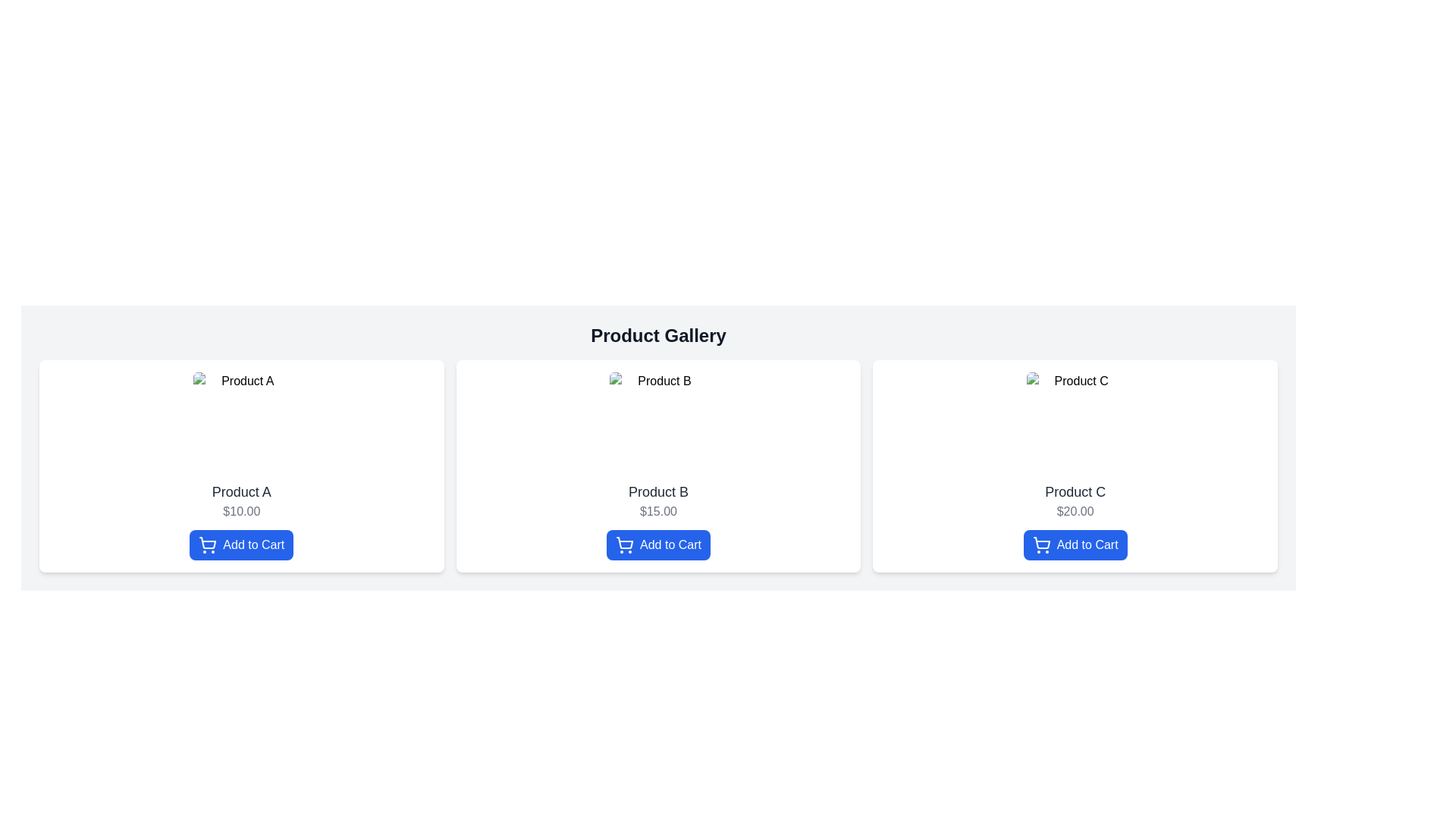  Describe the element at coordinates (1075, 421) in the screenshot. I see `the static image placeholder for 'Product C', which is the first visual component in its flex column layout card` at that location.